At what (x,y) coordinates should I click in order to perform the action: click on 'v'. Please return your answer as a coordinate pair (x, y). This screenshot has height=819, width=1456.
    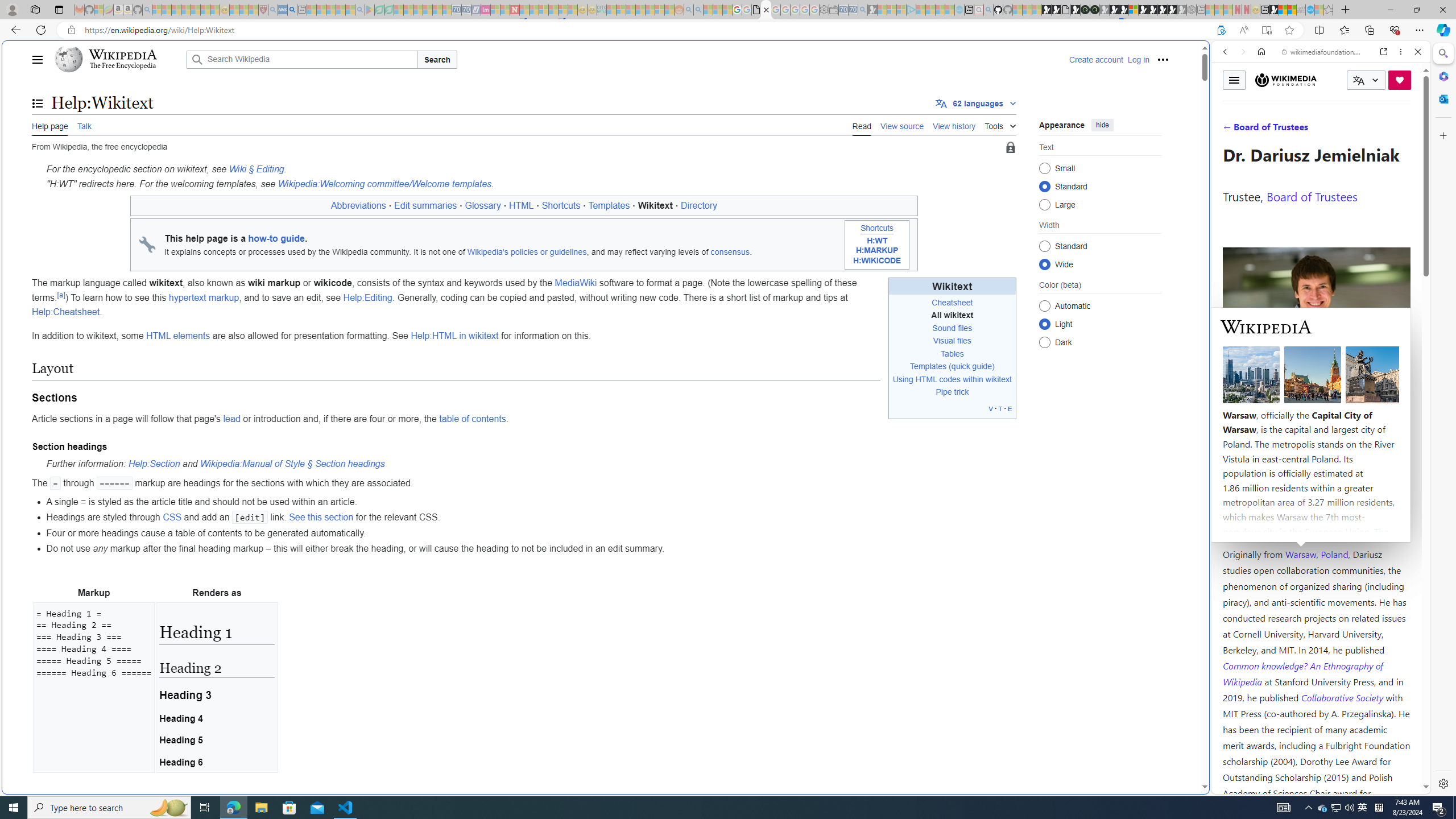
    Looking at the image, I should click on (990, 408).